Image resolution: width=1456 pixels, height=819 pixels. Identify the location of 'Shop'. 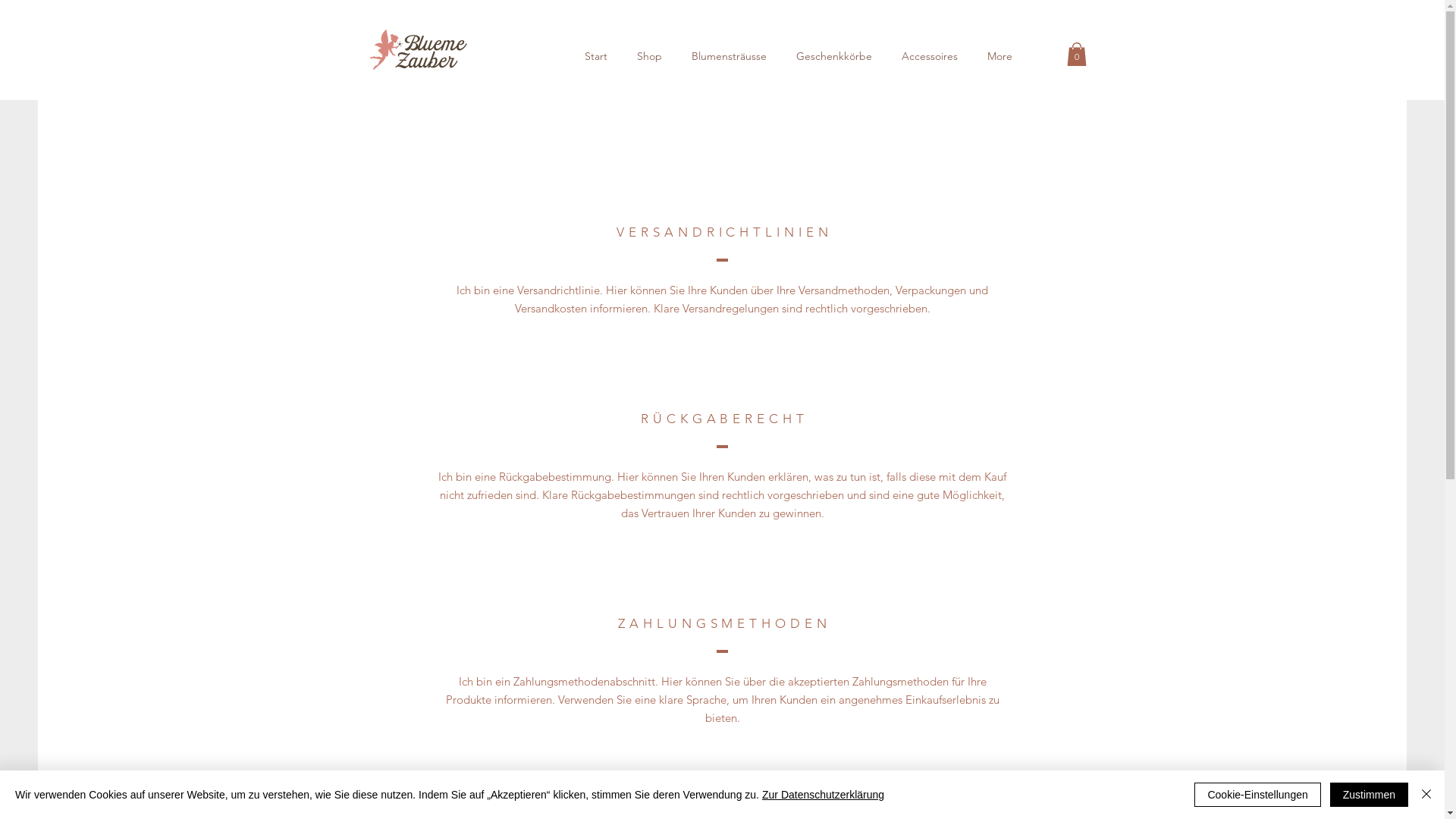
(648, 55).